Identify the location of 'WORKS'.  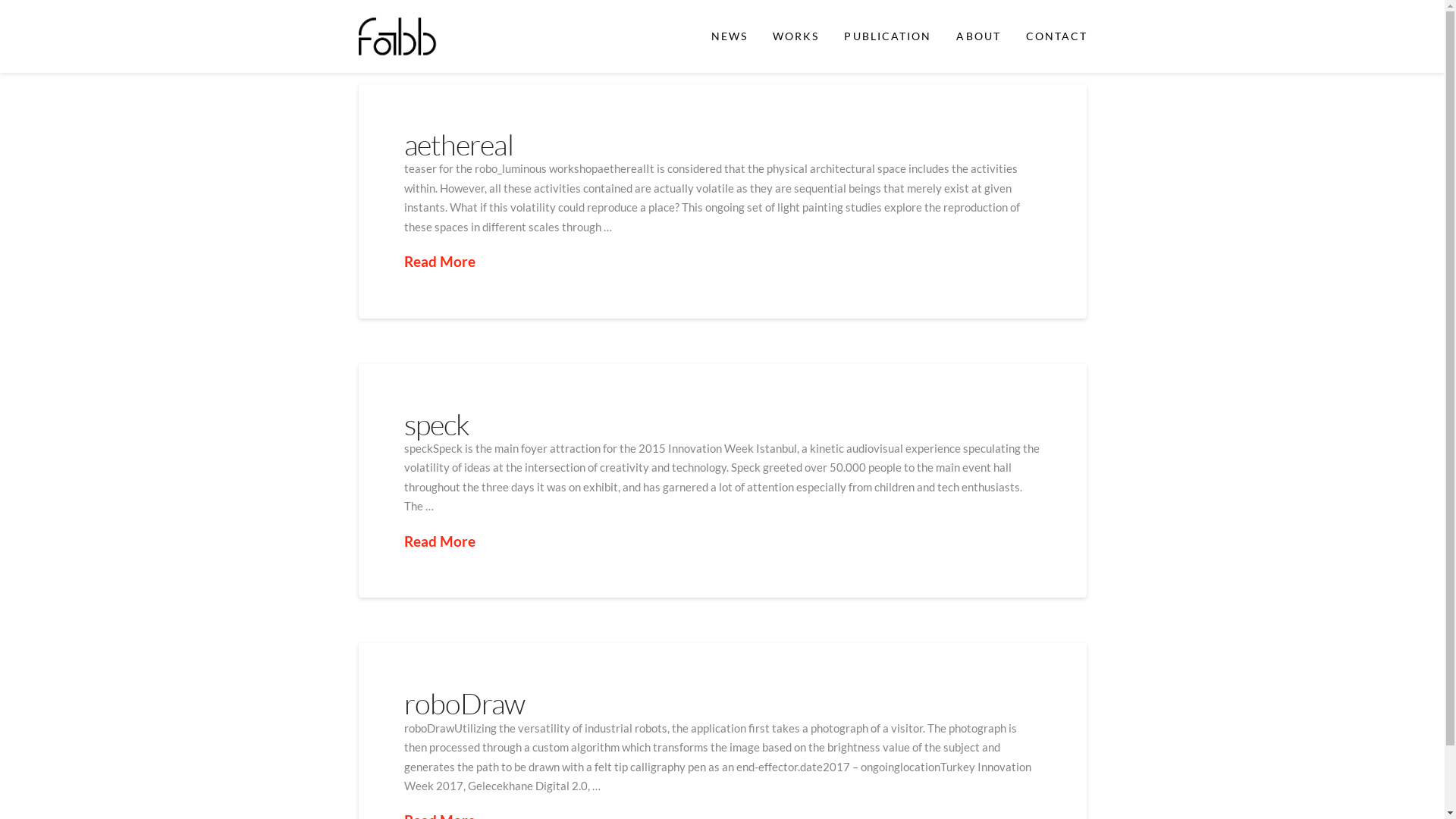
(795, 35).